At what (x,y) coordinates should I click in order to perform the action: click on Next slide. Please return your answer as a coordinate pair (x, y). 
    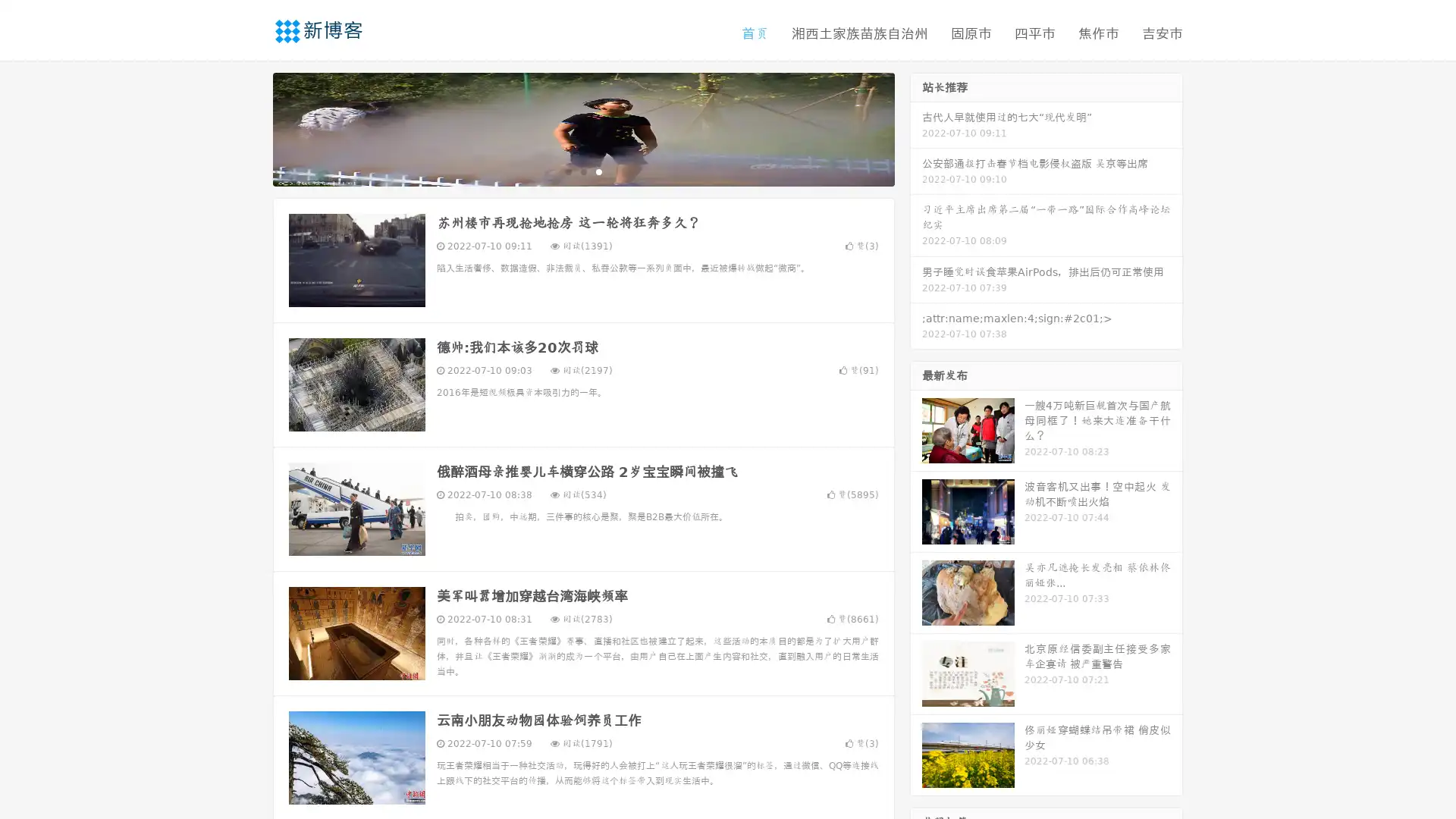
    Looking at the image, I should click on (916, 127).